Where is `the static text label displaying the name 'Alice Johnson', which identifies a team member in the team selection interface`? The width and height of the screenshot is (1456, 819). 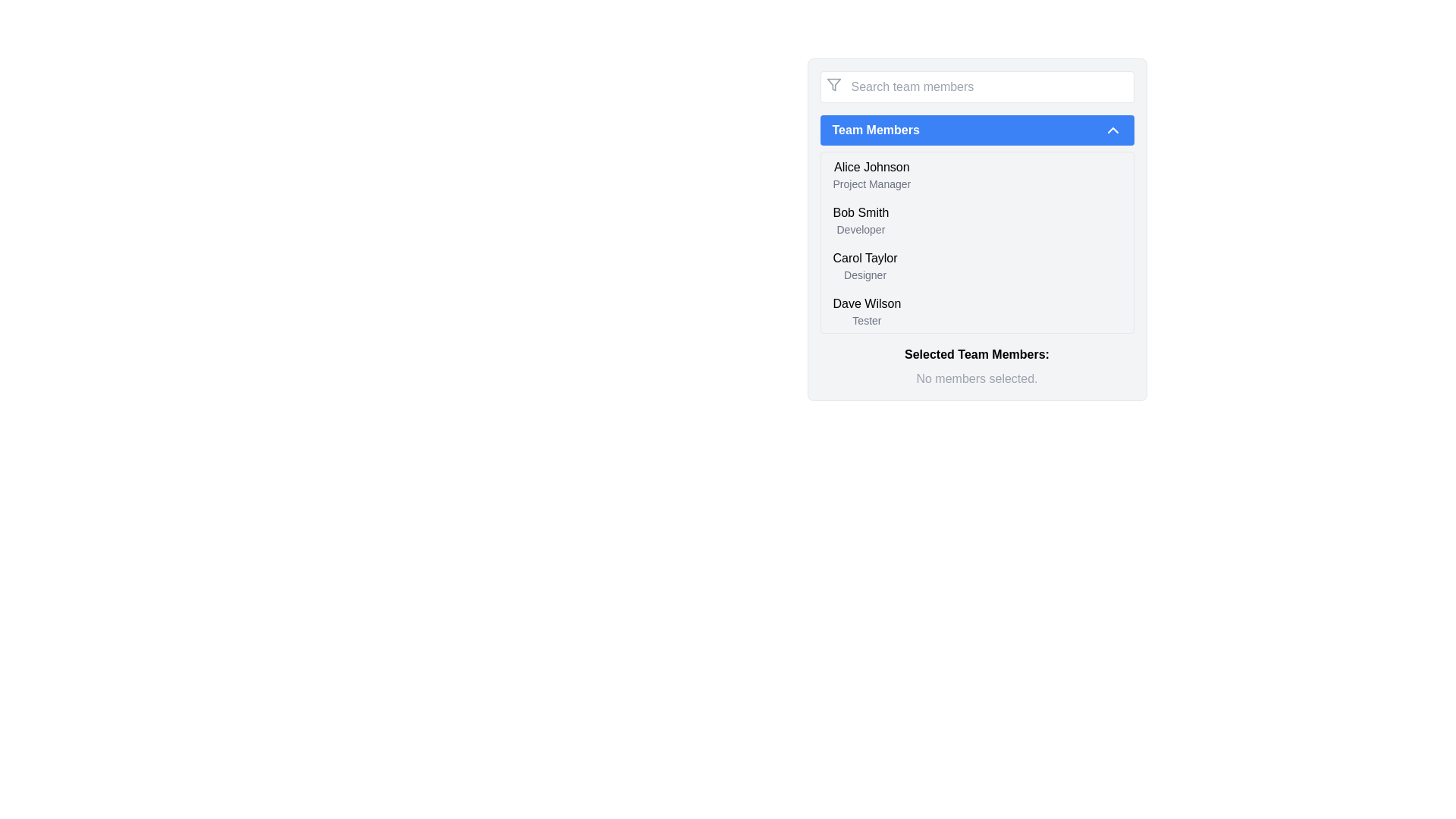
the static text label displaying the name 'Alice Johnson', which identifies a team member in the team selection interface is located at coordinates (871, 167).